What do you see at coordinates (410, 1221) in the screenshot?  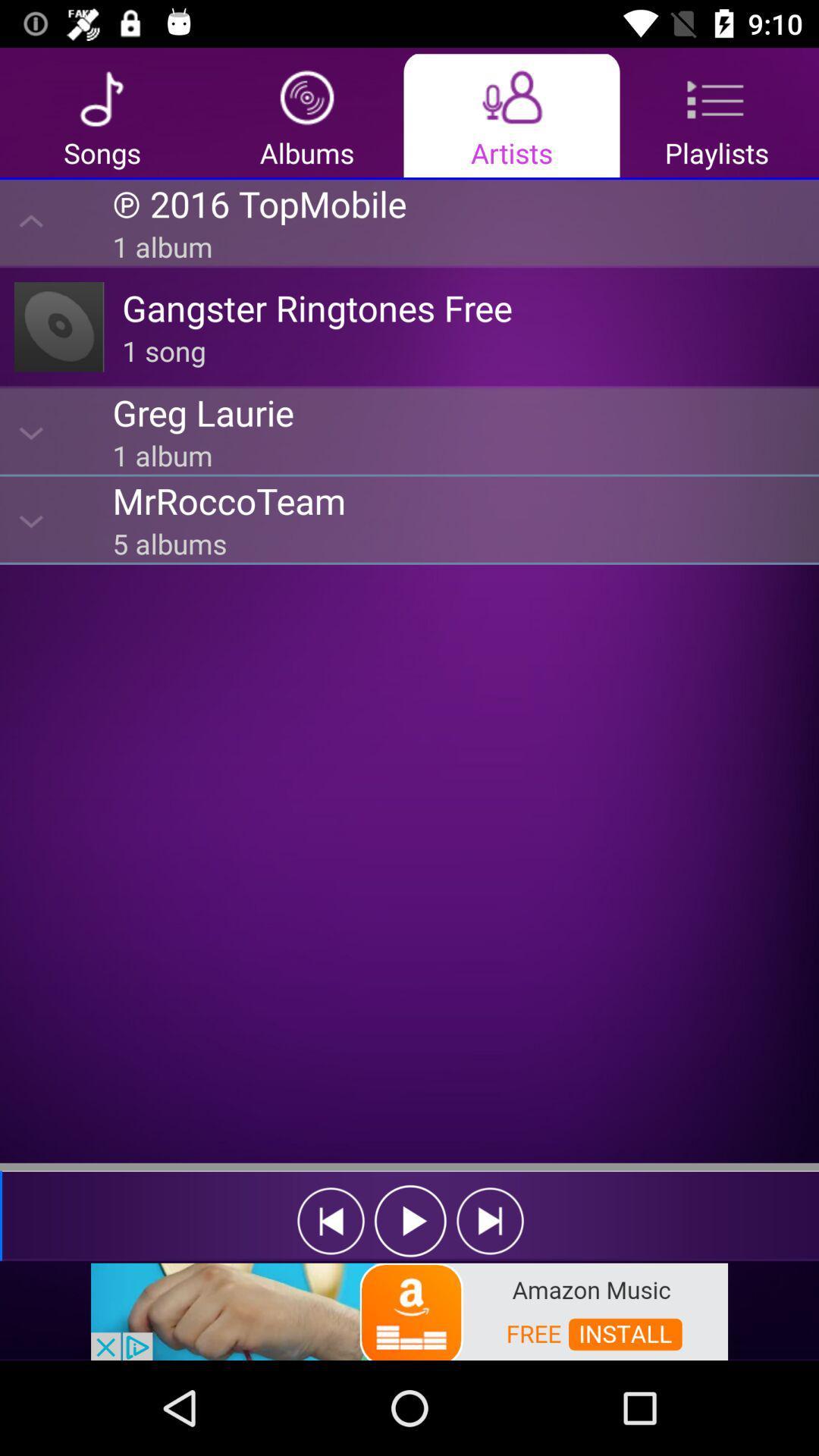 I see `the play icon` at bounding box center [410, 1221].